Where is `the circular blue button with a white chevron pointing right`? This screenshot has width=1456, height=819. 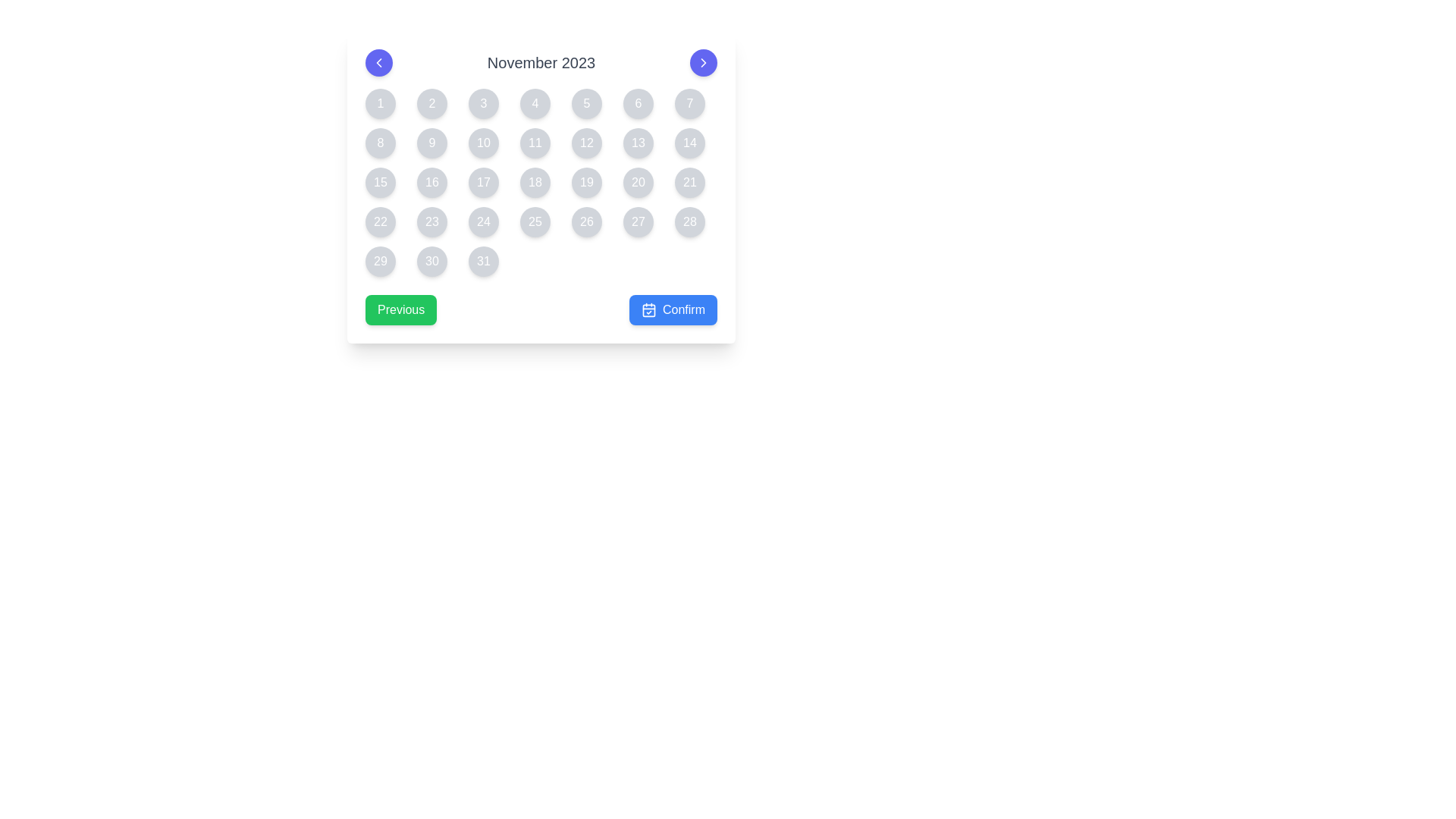
the circular blue button with a white chevron pointing right is located at coordinates (702, 62).